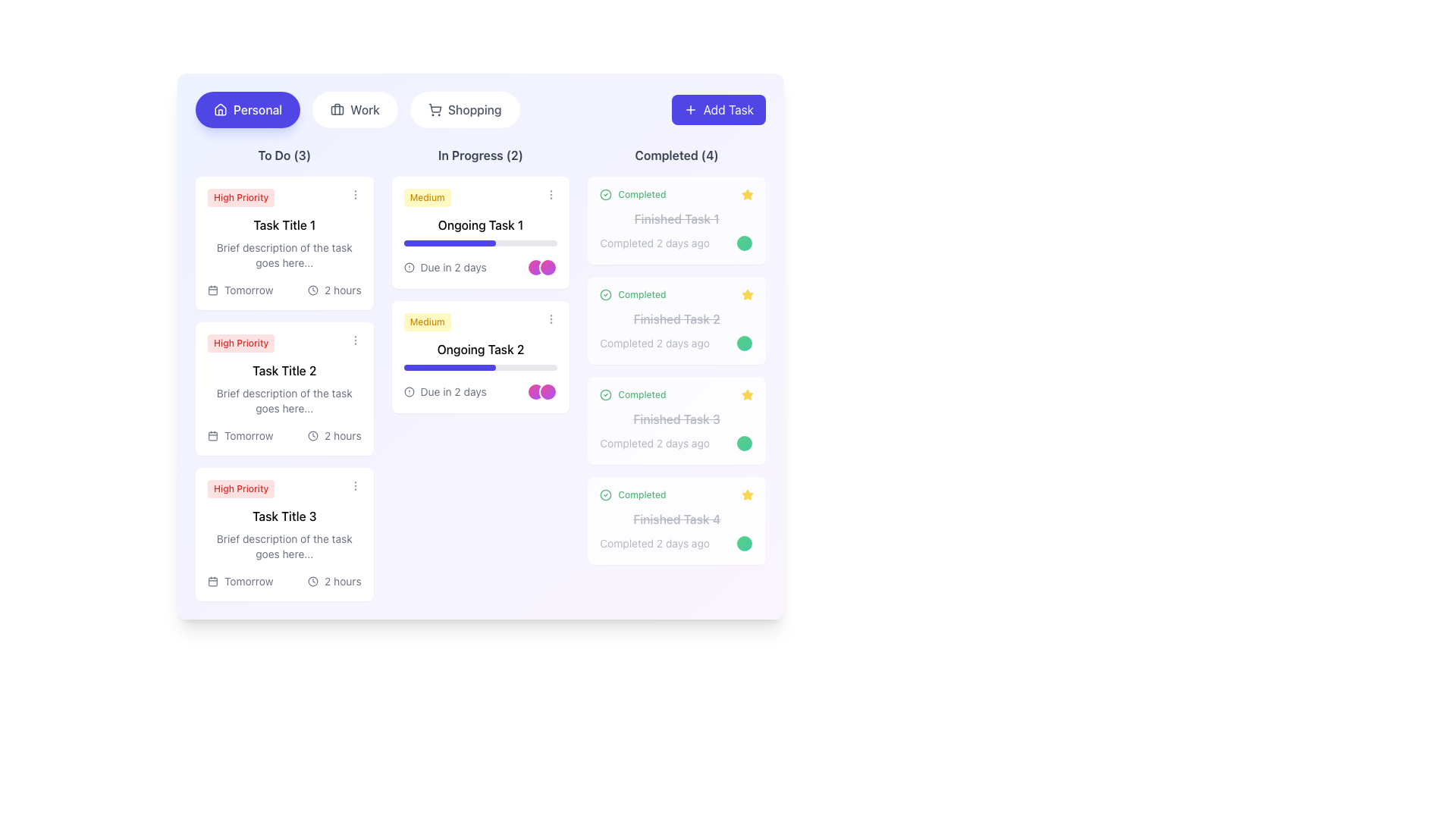 Image resolution: width=1456 pixels, height=819 pixels. What do you see at coordinates (434, 109) in the screenshot?
I see `the shopping cart icon located in the navigation bar under the 'Shopping' section, positioned to the left of the 'Shopping' text label` at bounding box center [434, 109].